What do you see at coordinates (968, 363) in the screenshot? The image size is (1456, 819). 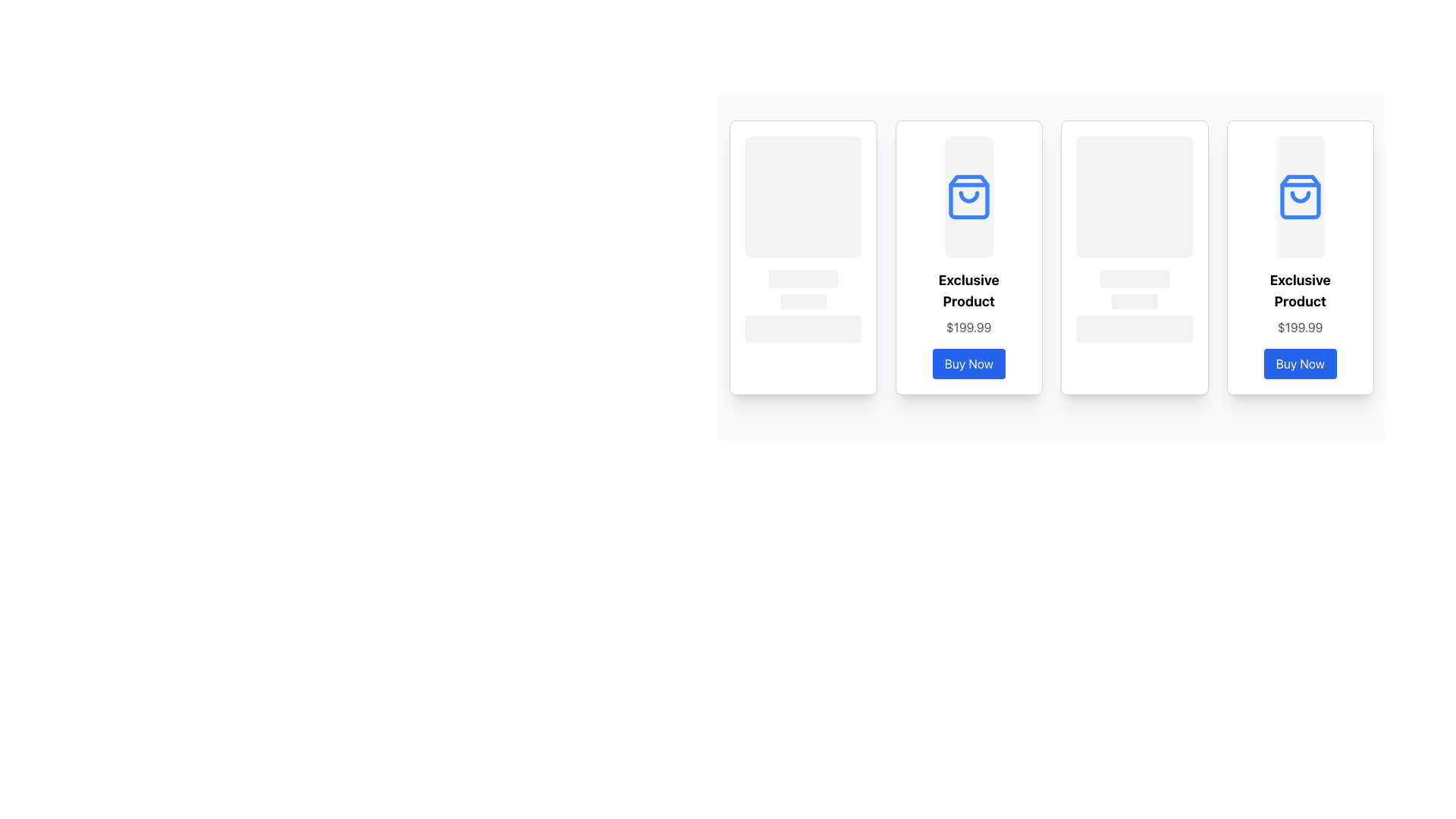 I see `the 'Buy Now' button with a blue background to observe the color change effect` at bounding box center [968, 363].